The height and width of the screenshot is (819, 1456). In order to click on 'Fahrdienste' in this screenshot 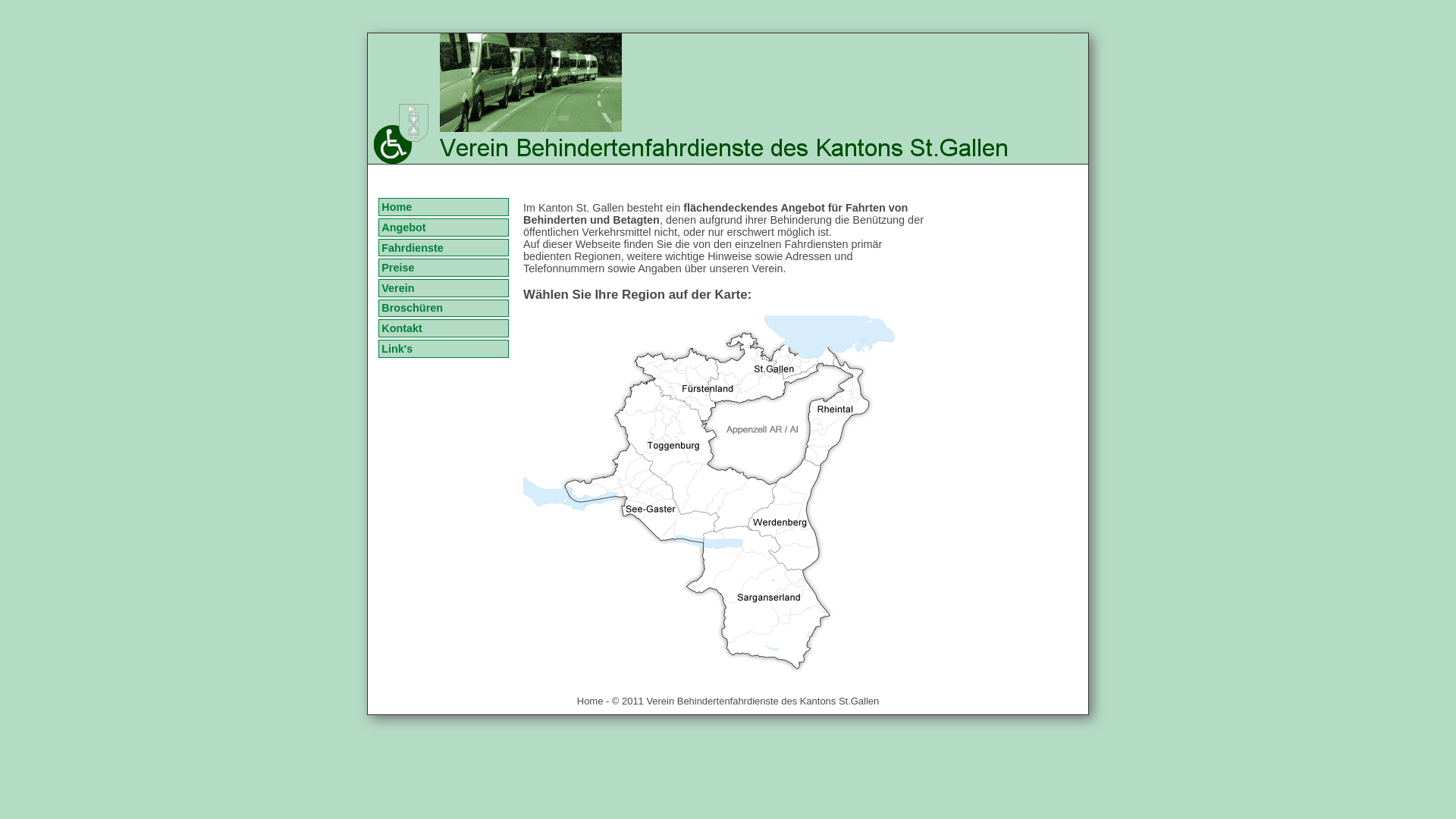, I will do `click(442, 247)`.